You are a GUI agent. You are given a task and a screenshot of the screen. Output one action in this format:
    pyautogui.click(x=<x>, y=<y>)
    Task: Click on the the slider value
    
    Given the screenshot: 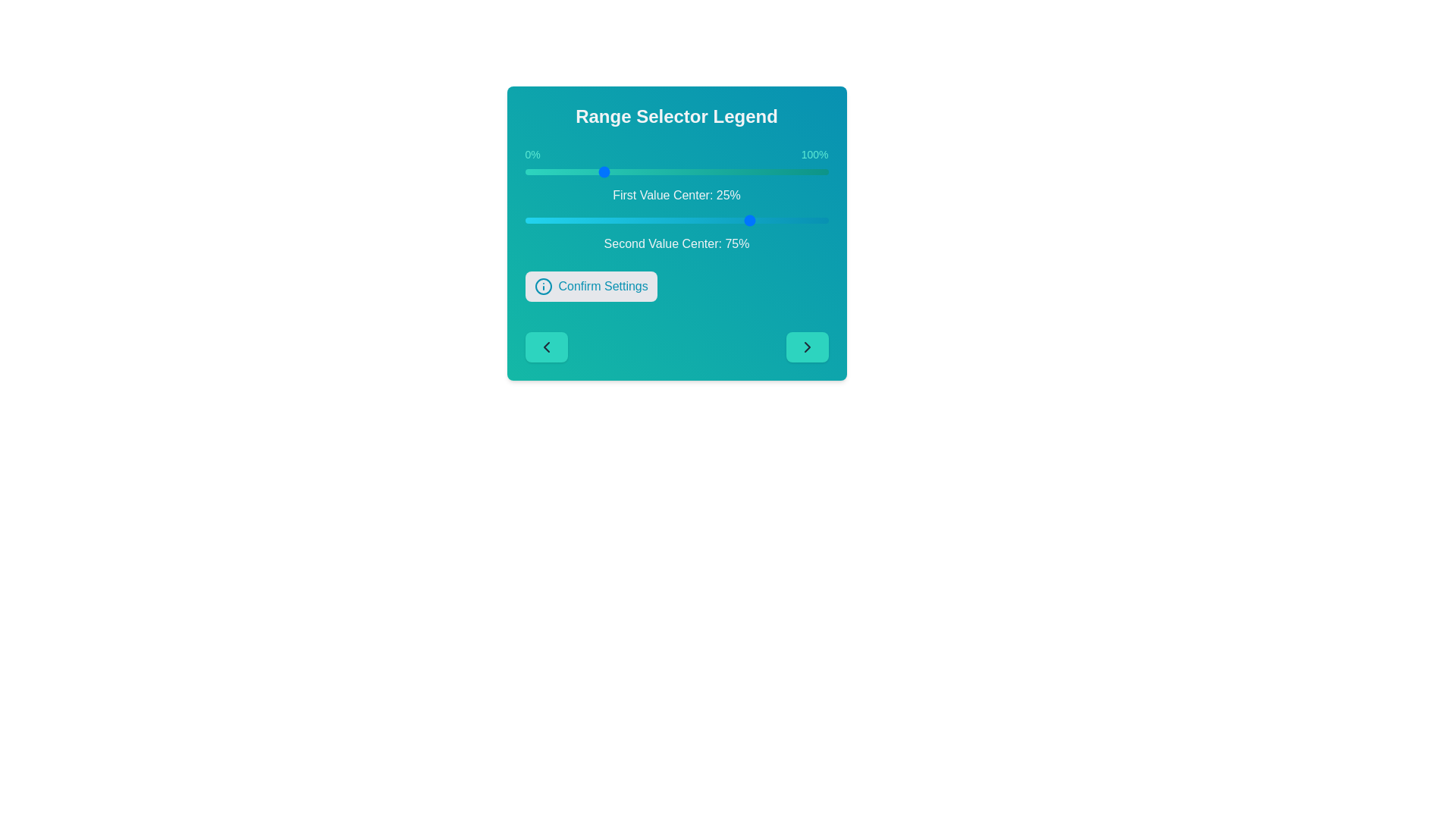 What is the action you would take?
    pyautogui.click(x=688, y=171)
    